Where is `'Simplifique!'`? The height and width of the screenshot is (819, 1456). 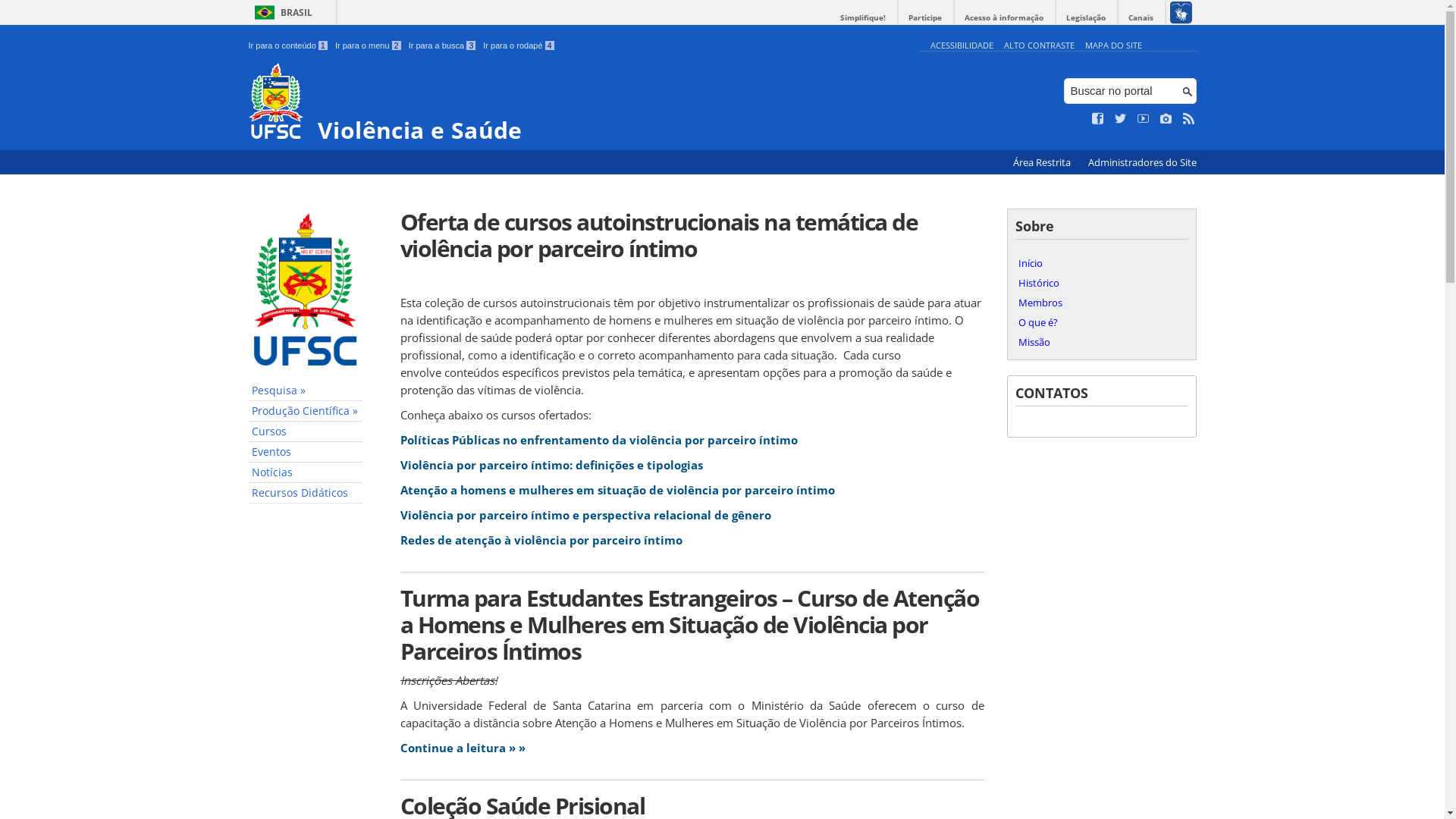
'Simplifique!' is located at coordinates (862, 17).